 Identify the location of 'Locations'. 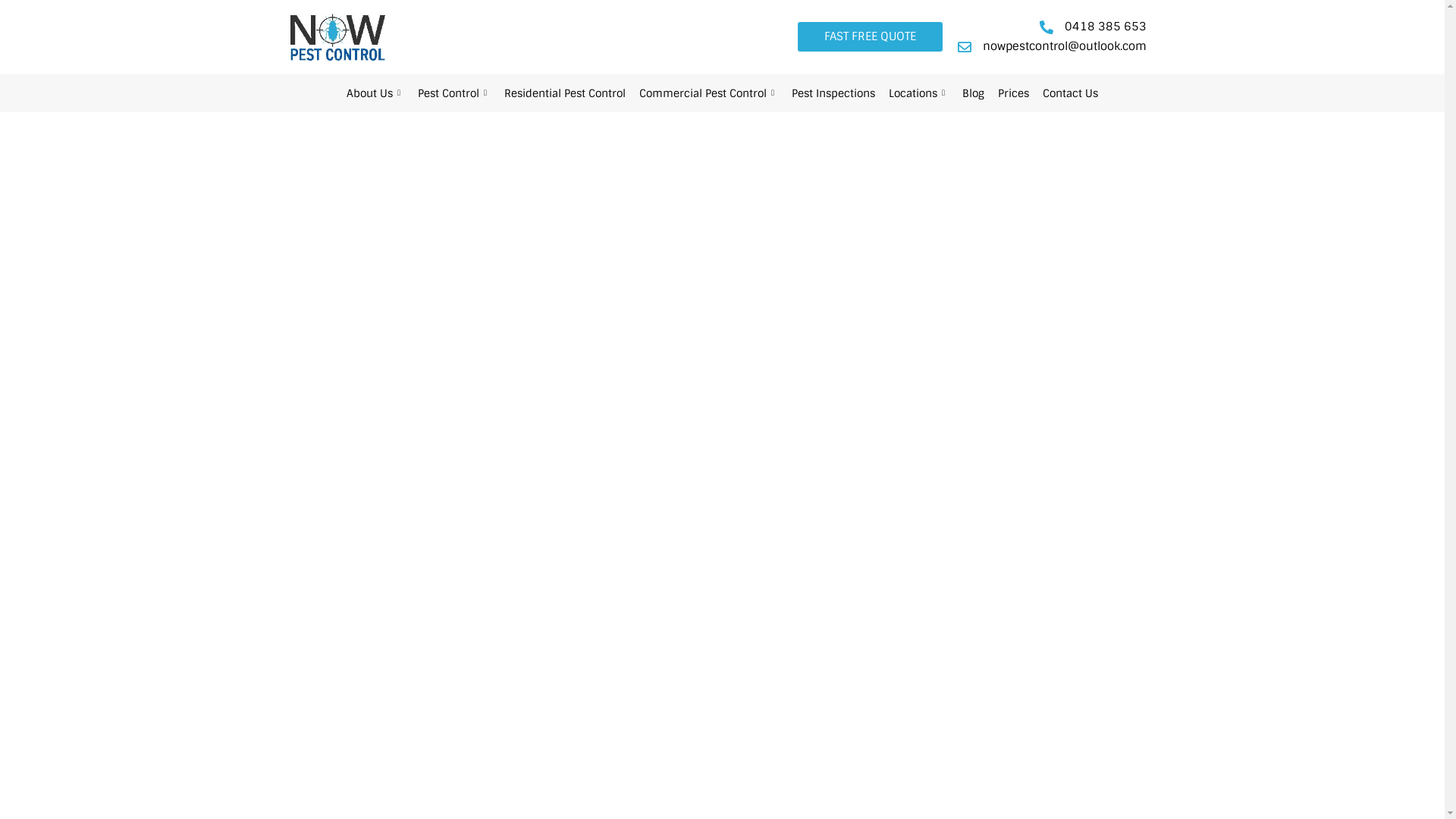
(918, 93).